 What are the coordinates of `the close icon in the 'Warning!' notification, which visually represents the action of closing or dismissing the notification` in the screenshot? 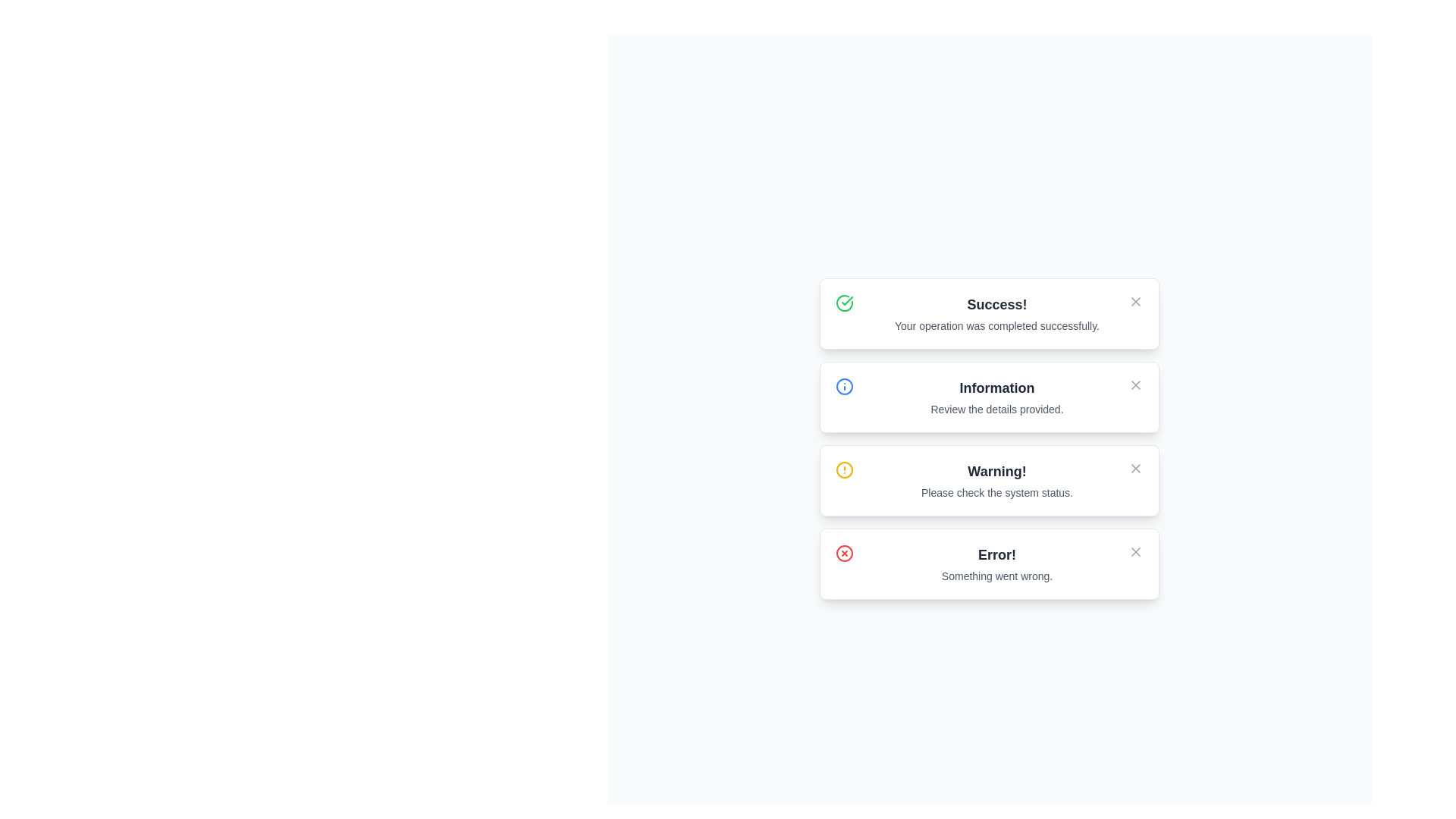 It's located at (1135, 467).